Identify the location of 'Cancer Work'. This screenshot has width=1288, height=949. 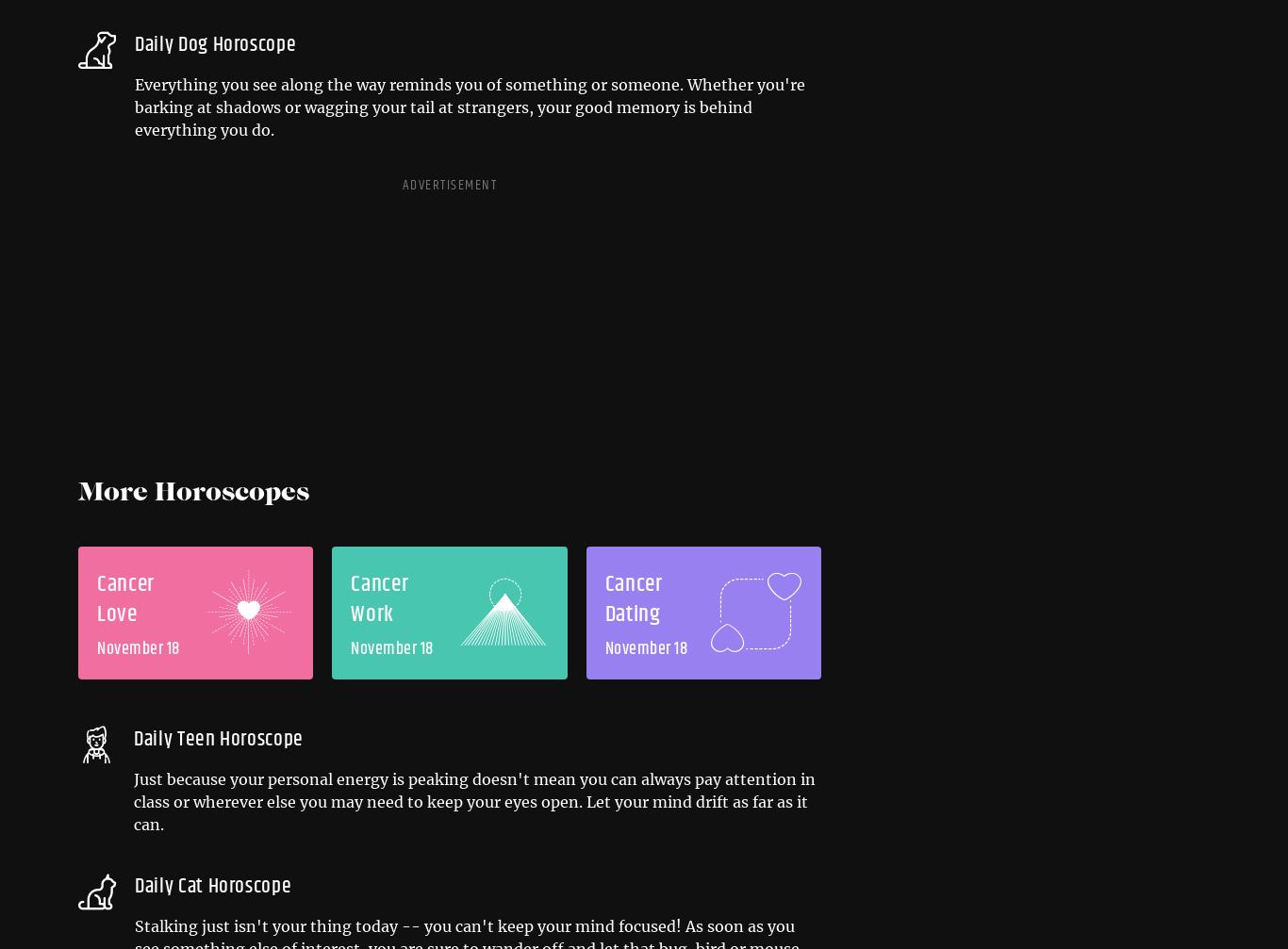
(349, 598).